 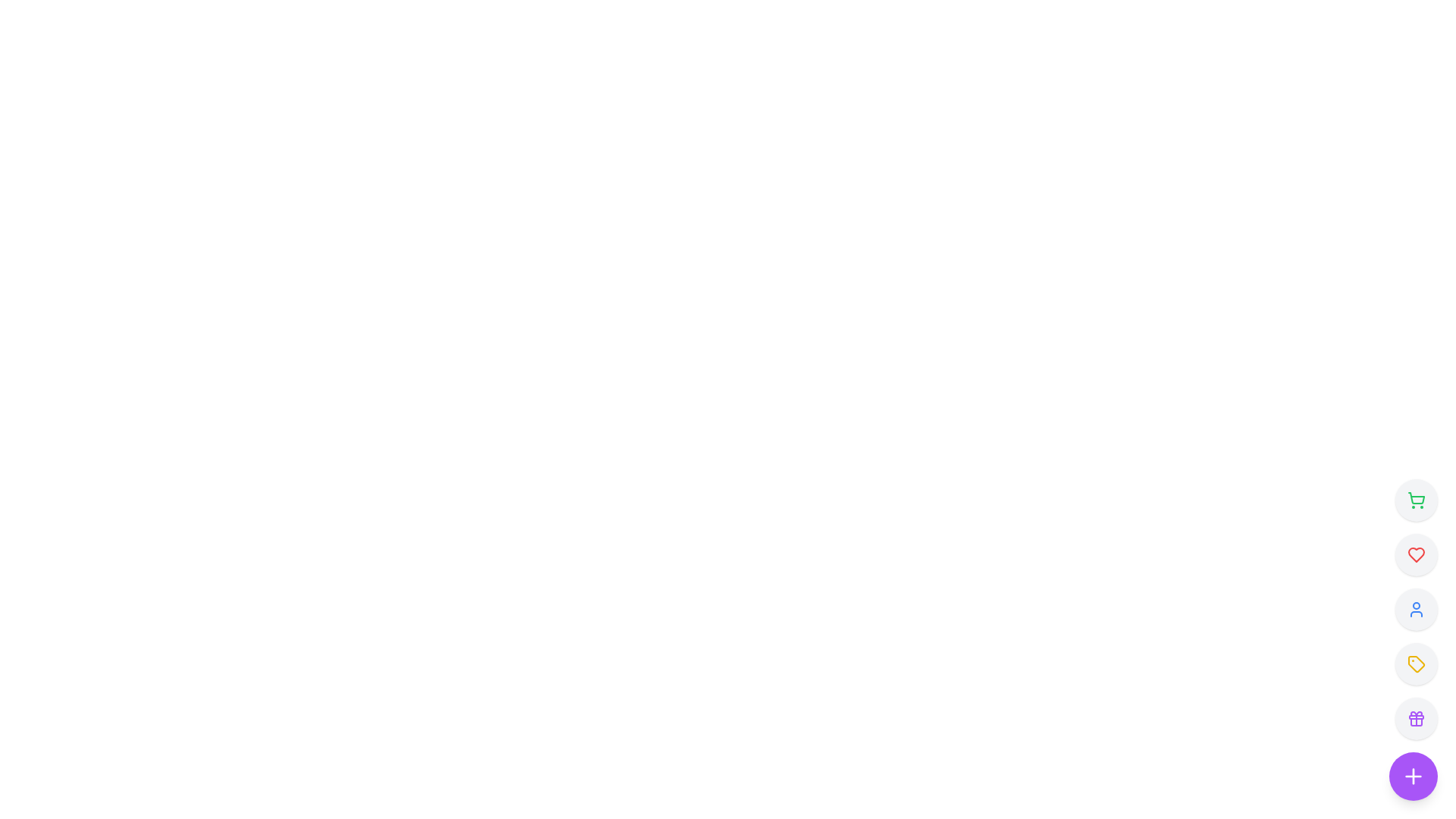 What do you see at coordinates (1415, 663) in the screenshot?
I see `the circular gray button with a yellow tag icon located in the vertical series of buttons at the bottom right of the interface` at bounding box center [1415, 663].